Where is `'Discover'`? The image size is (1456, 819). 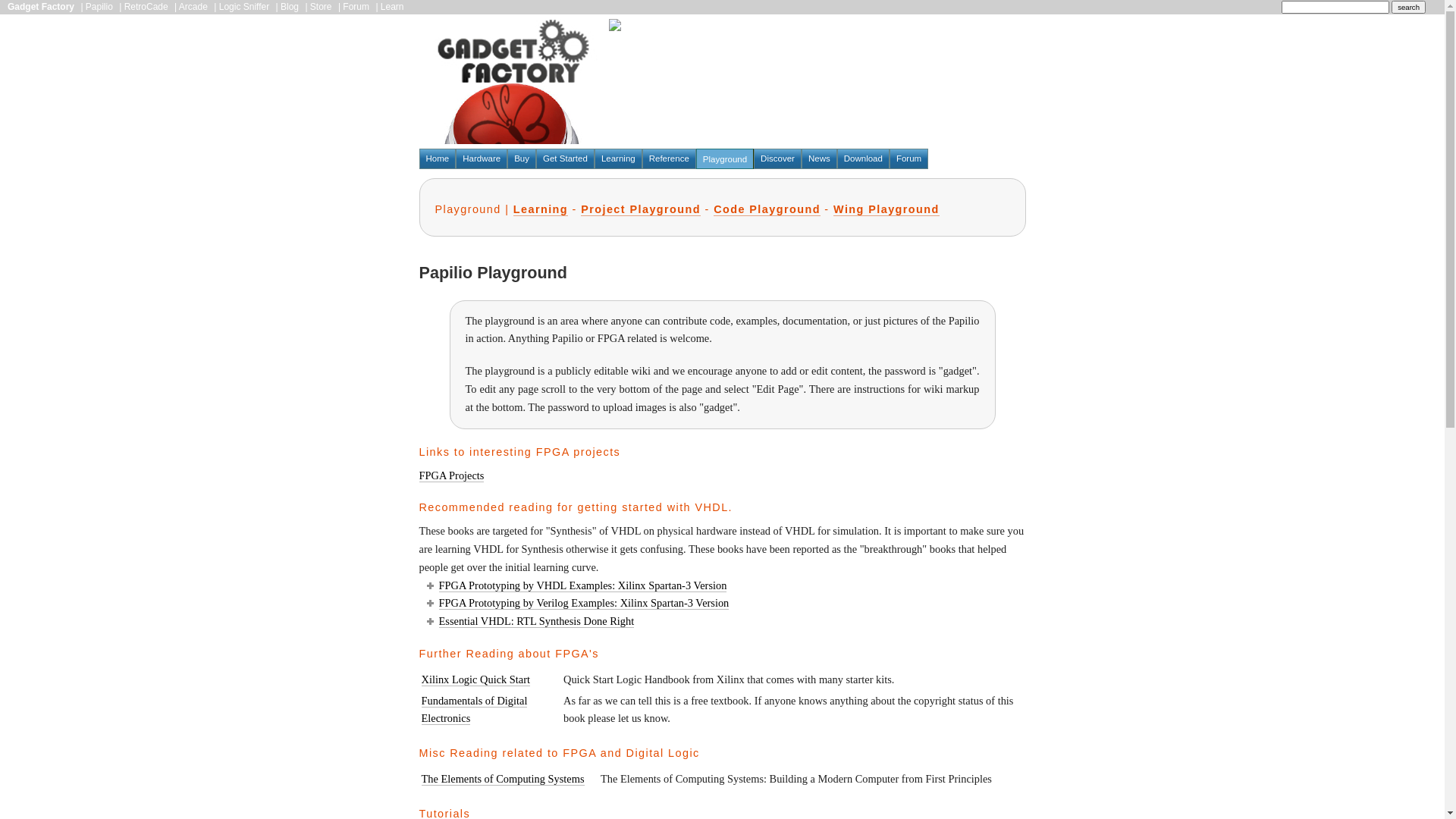 'Discover' is located at coordinates (777, 158).